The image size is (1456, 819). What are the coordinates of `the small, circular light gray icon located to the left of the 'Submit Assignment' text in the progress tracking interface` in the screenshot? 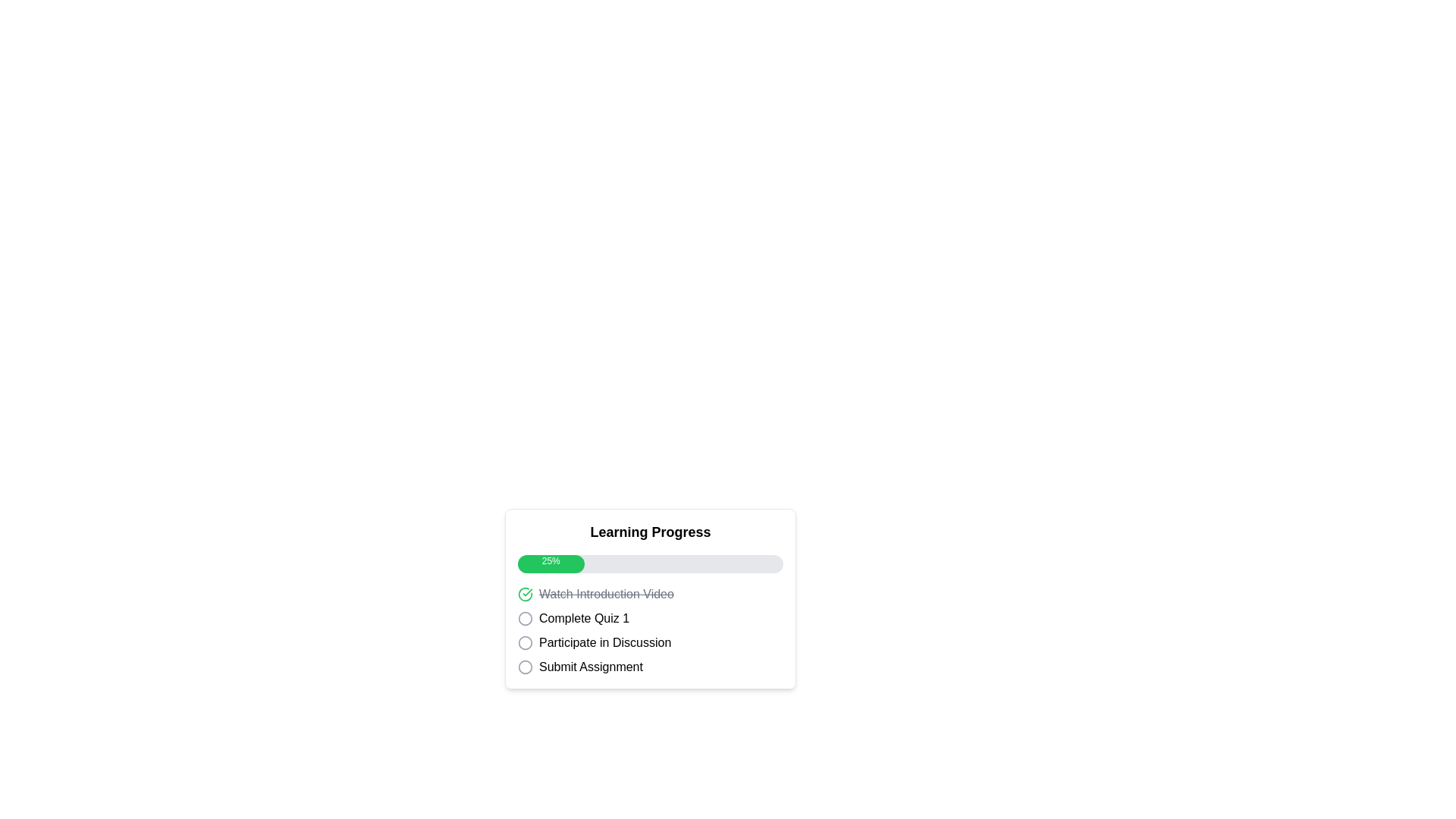 It's located at (525, 666).